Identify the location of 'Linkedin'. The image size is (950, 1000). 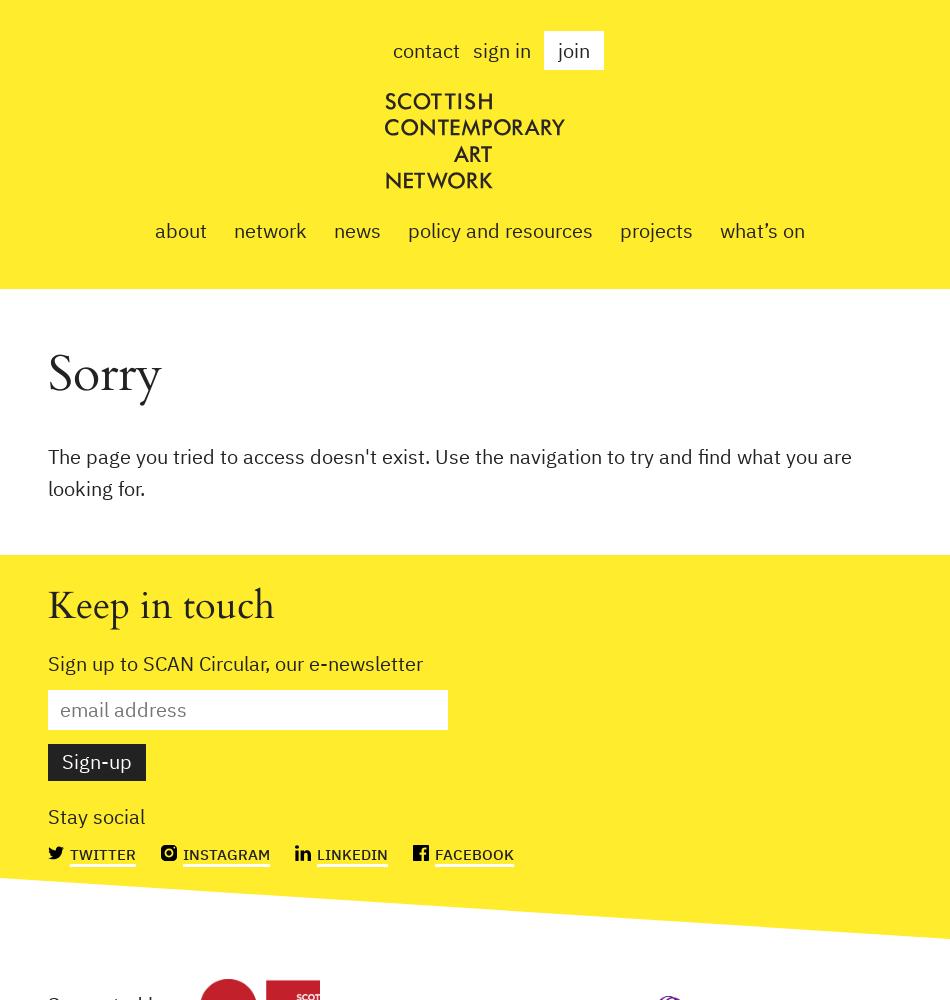
(350, 853).